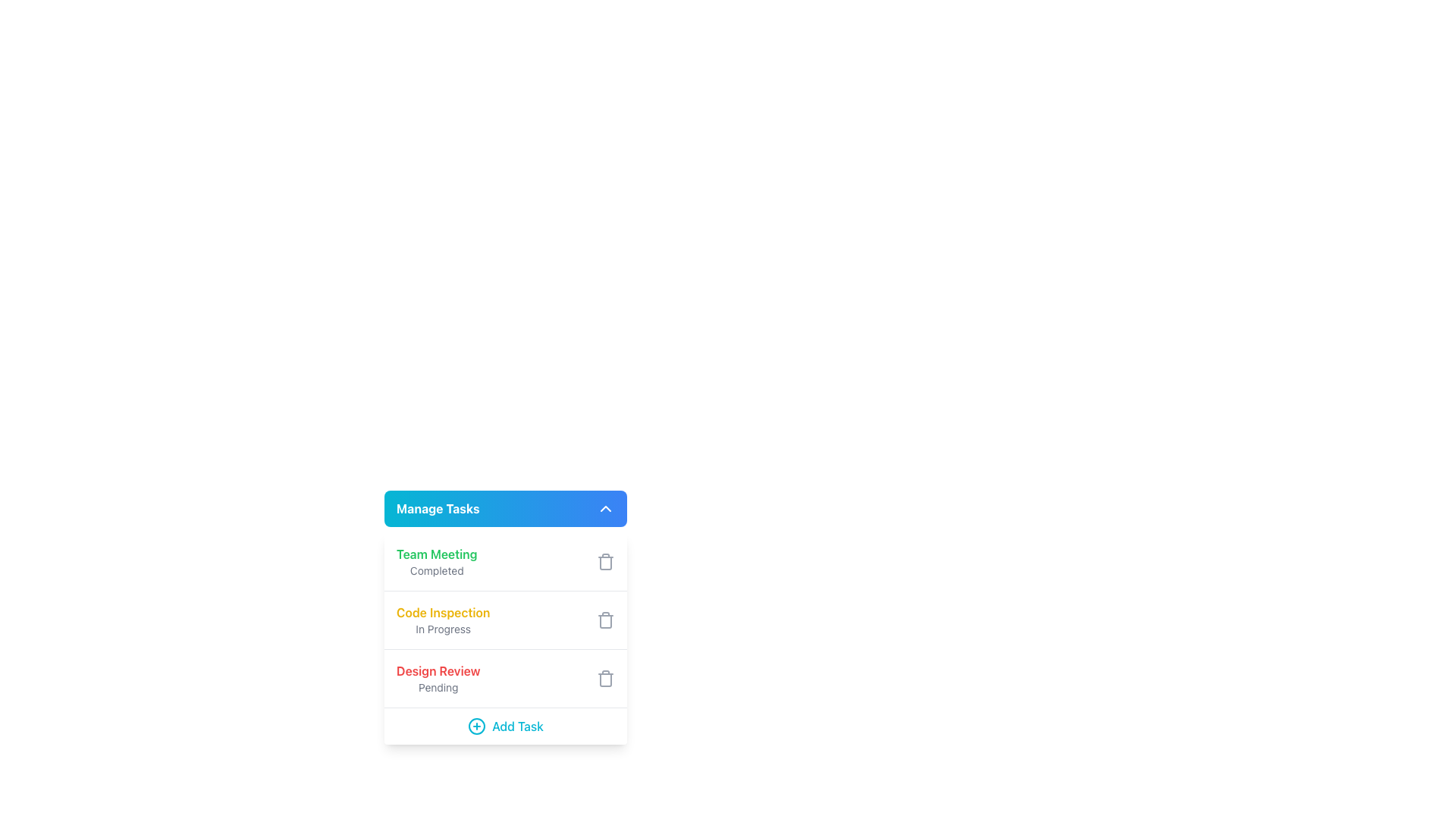 This screenshot has height=819, width=1456. What do you see at coordinates (442, 620) in the screenshot?
I see `the task title and status text located in the middle of the task list, specifically the second entry below 'Team Meeting' and above 'Design Review'` at bounding box center [442, 620].